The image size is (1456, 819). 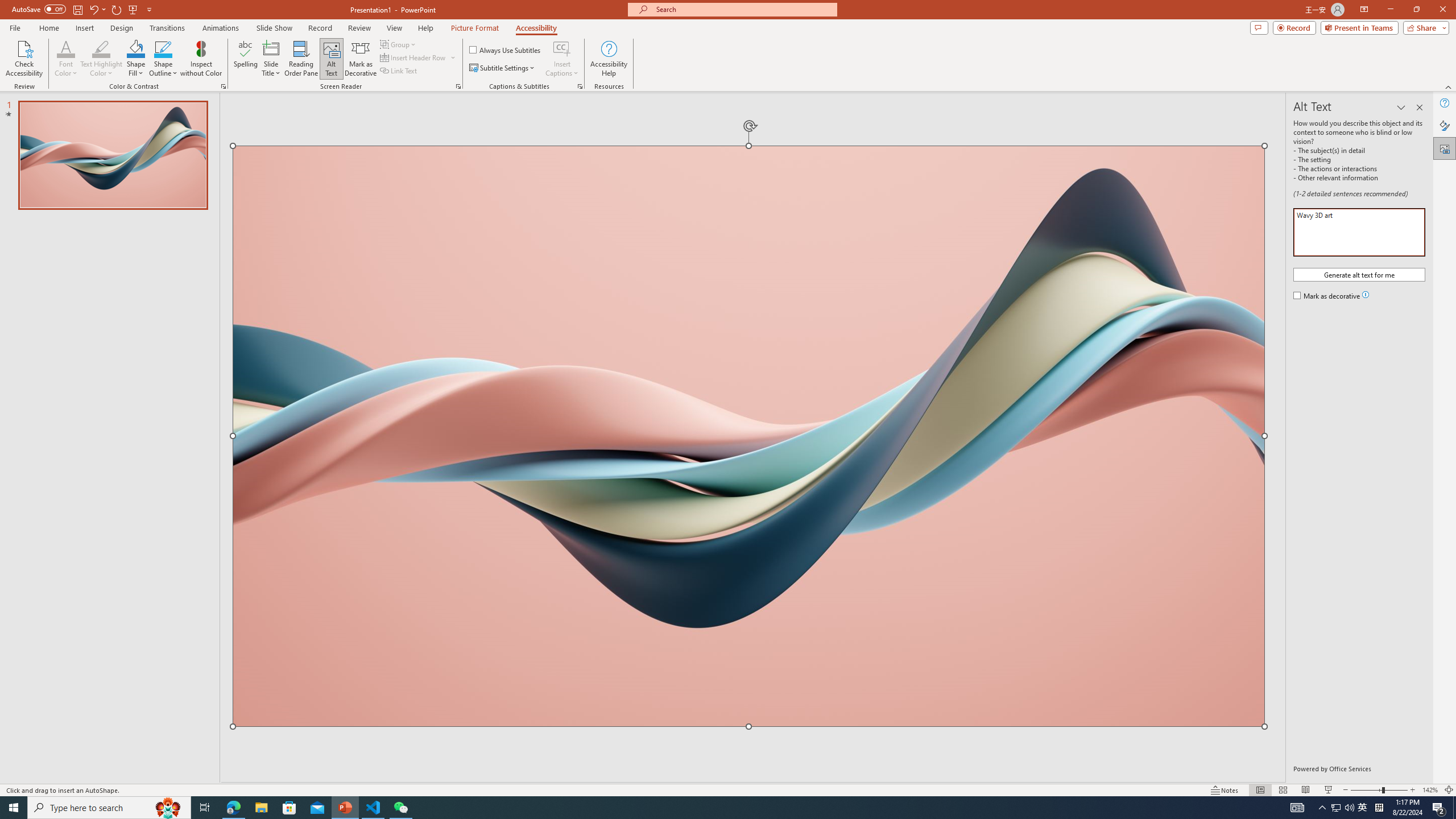 I want to click on 'Link Text', so click(x=399, y=69).